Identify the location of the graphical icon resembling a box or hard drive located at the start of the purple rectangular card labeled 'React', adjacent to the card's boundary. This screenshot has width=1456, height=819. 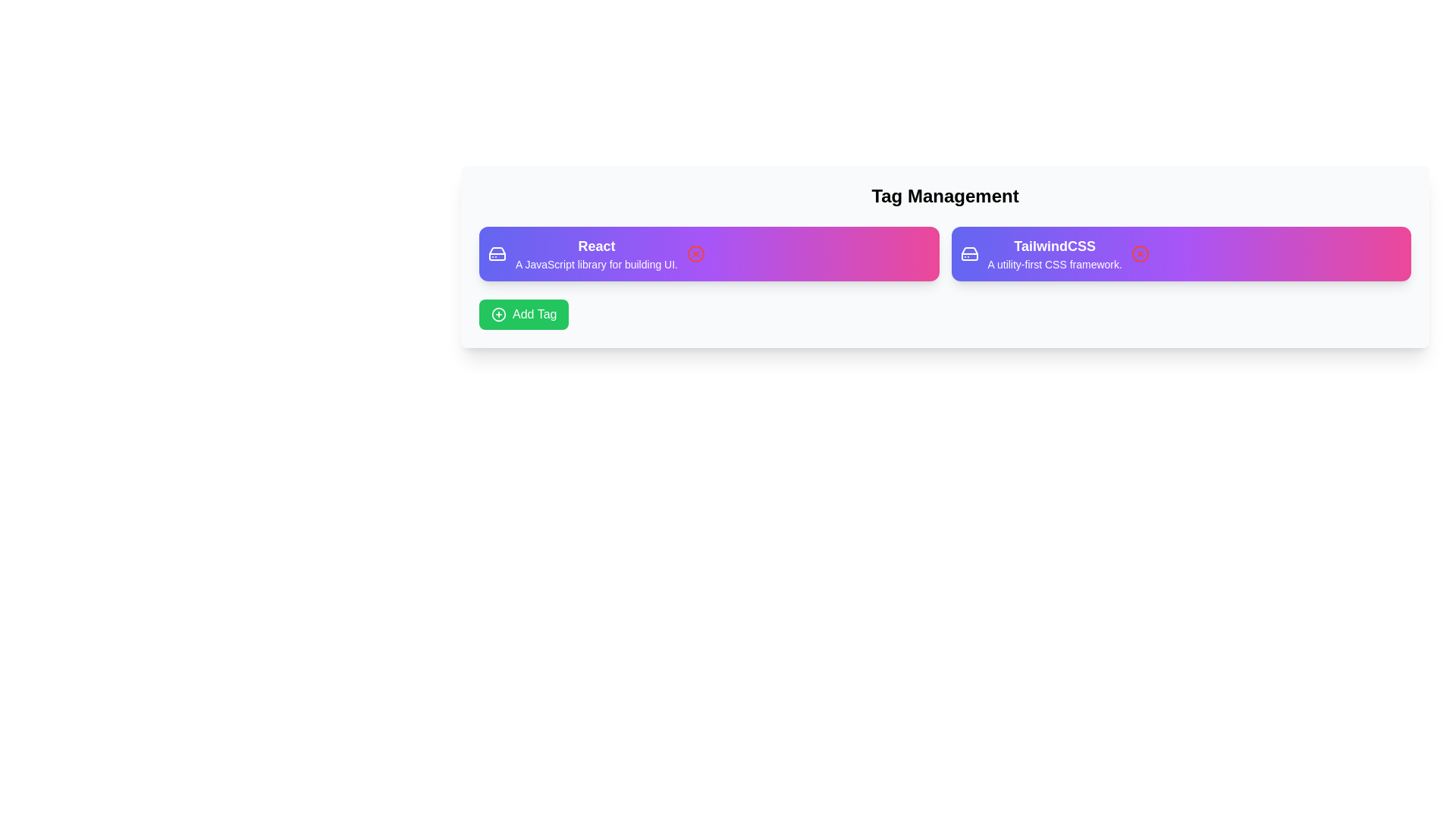
(497, 253).